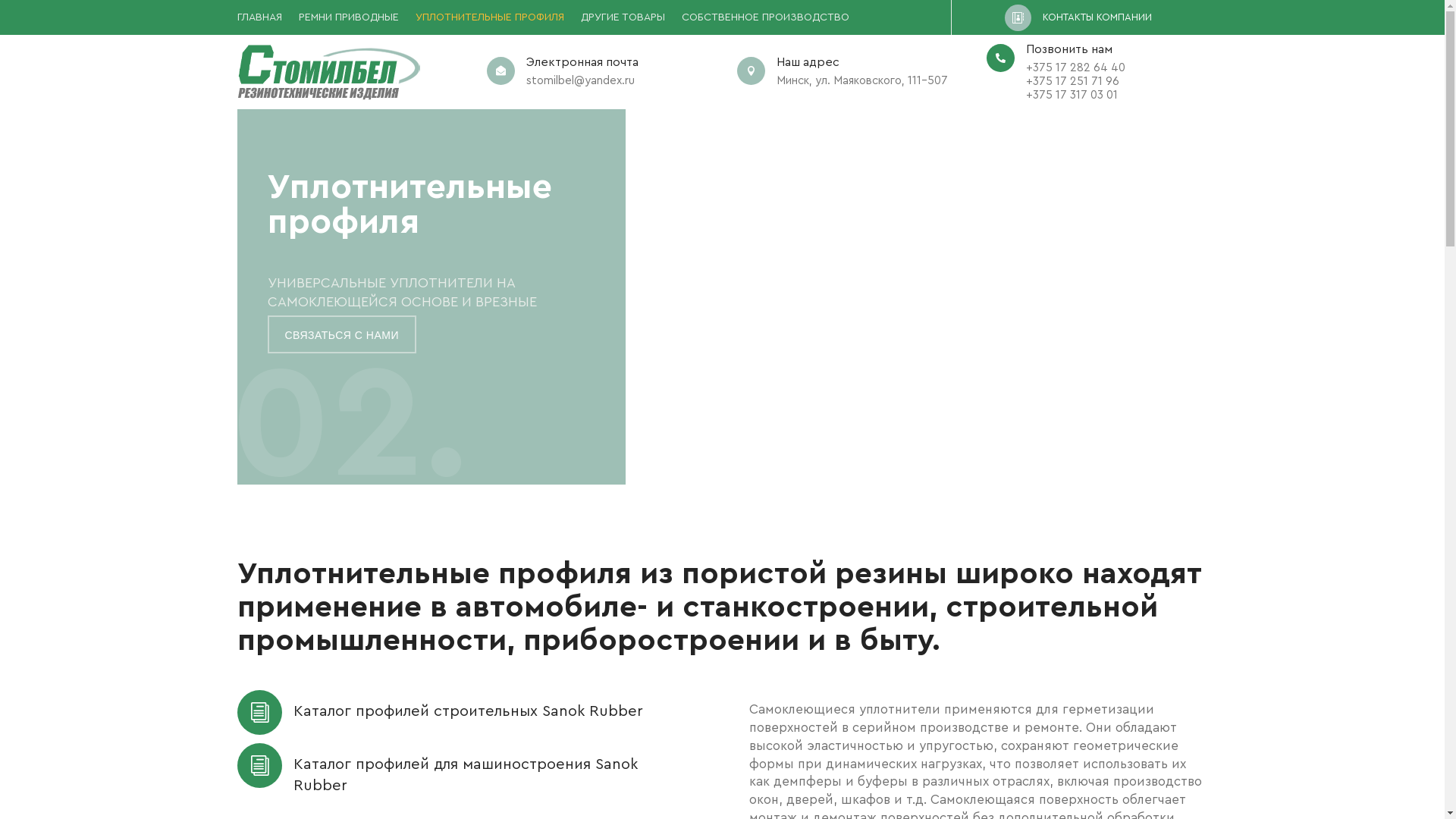 This screenshot has width=1456, height=819. Describe the element at coordinates (1075, 67) in the screenshot. I see `'+375 17 282 64 40'` at that location.